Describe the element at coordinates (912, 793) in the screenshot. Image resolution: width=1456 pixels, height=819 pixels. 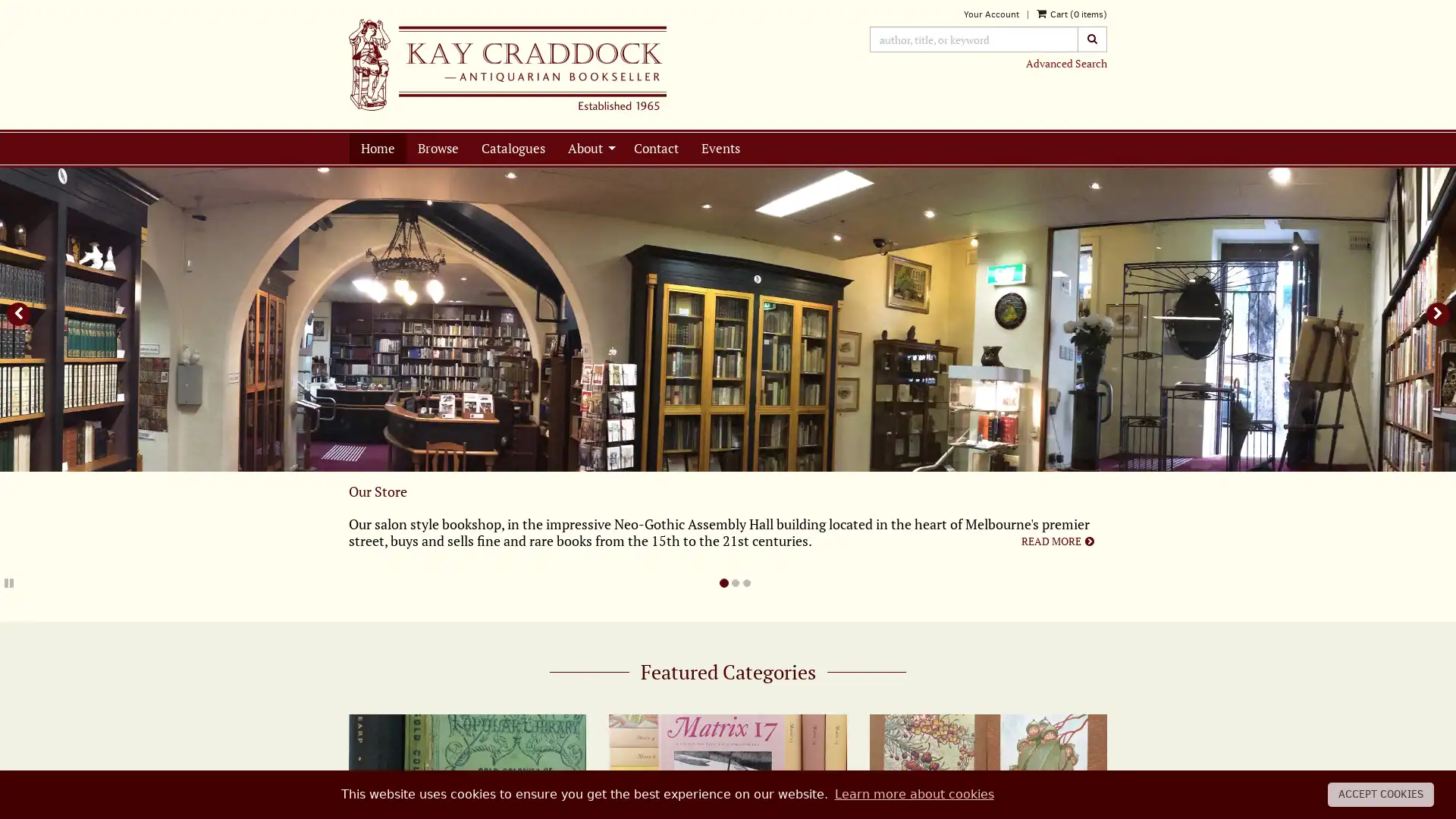
I see `learn more about cookies` at that location.